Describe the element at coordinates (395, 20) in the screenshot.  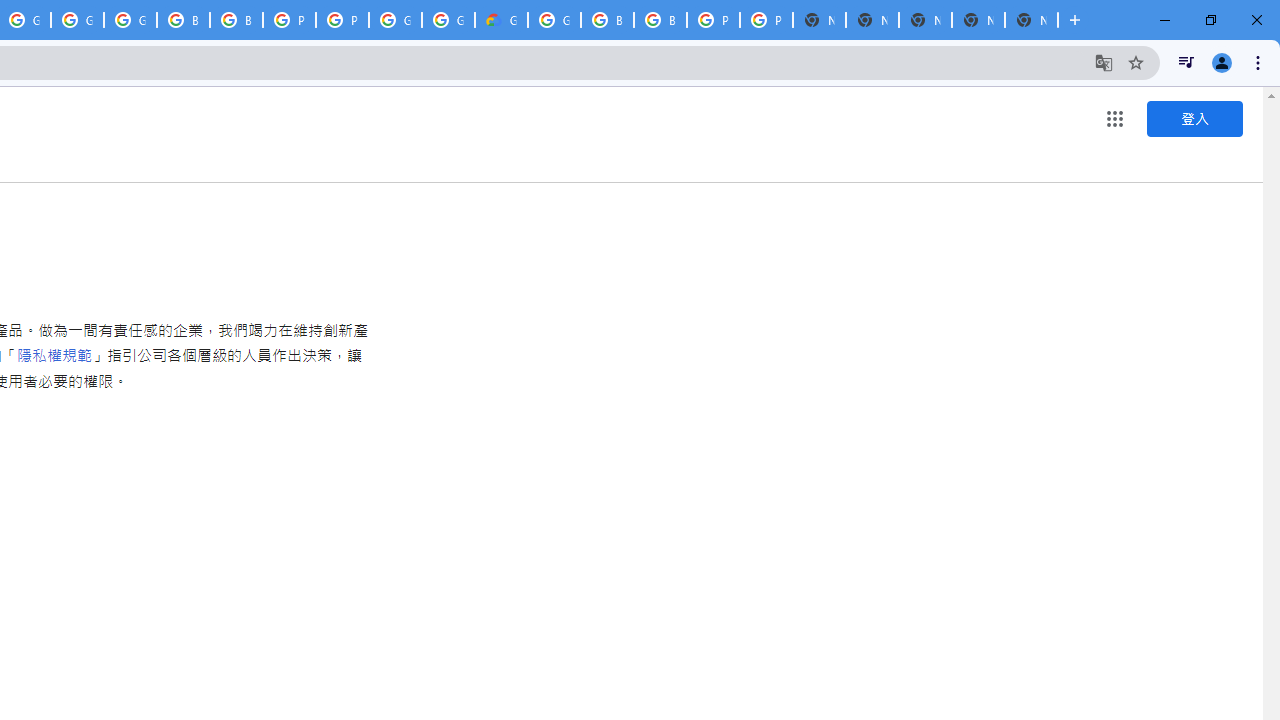
I see `'Google Cloud Platform'` at that location.